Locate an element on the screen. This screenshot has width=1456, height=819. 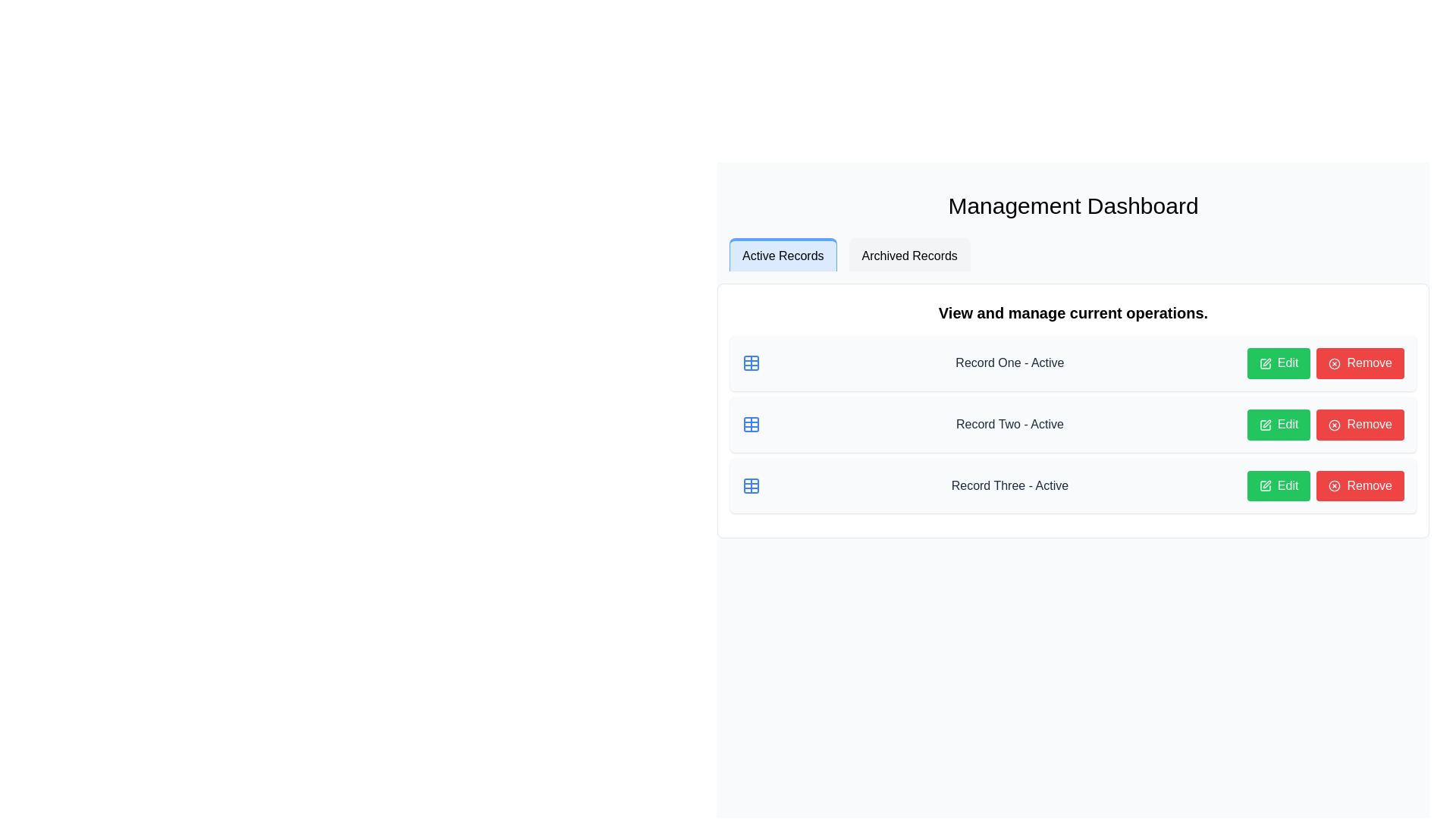
the blue-colored table grid icon located at the leftmost side of the first row of record items, preceding the text label 'Record One - Active' is located at coordinates (751, 362).